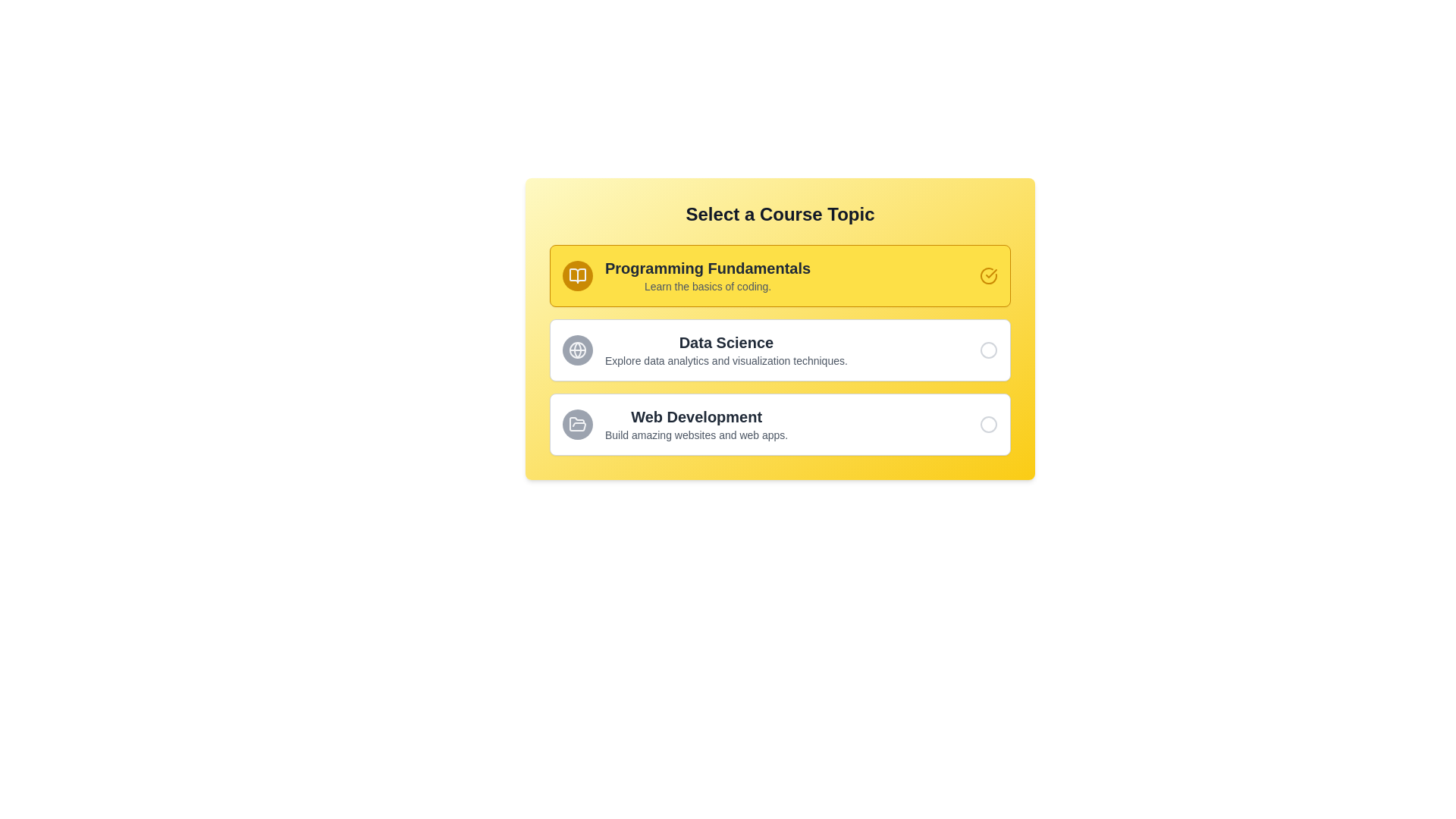  What do you see at coordinates (577, 275) in the screenshot?
I see `the 'Programming Fundamentals' course icon located within the highlighted button at the top of the list` at bounding box center [577, 275].